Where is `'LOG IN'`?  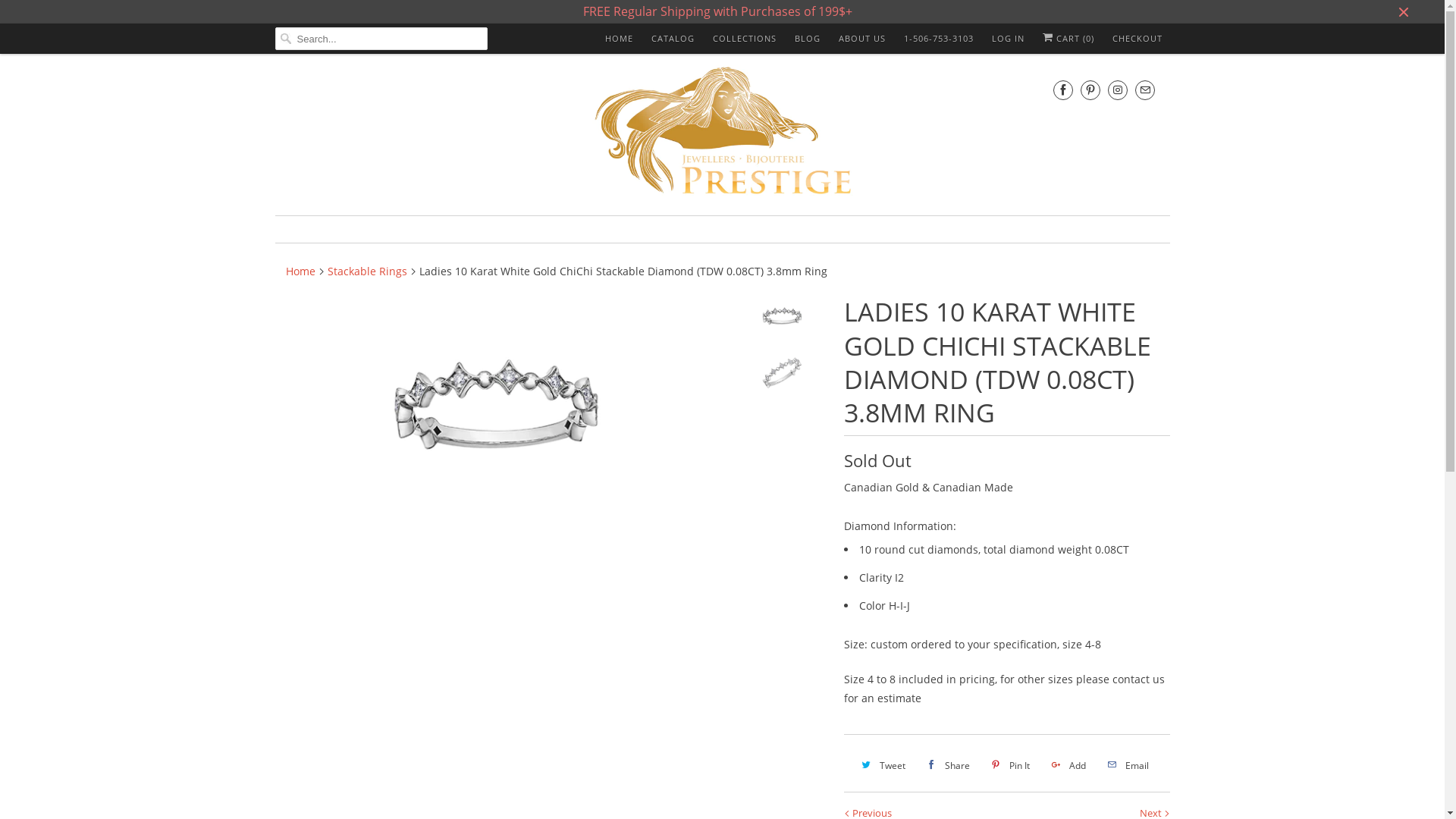
'LOG IN' is located at coordinates (1008, 37).